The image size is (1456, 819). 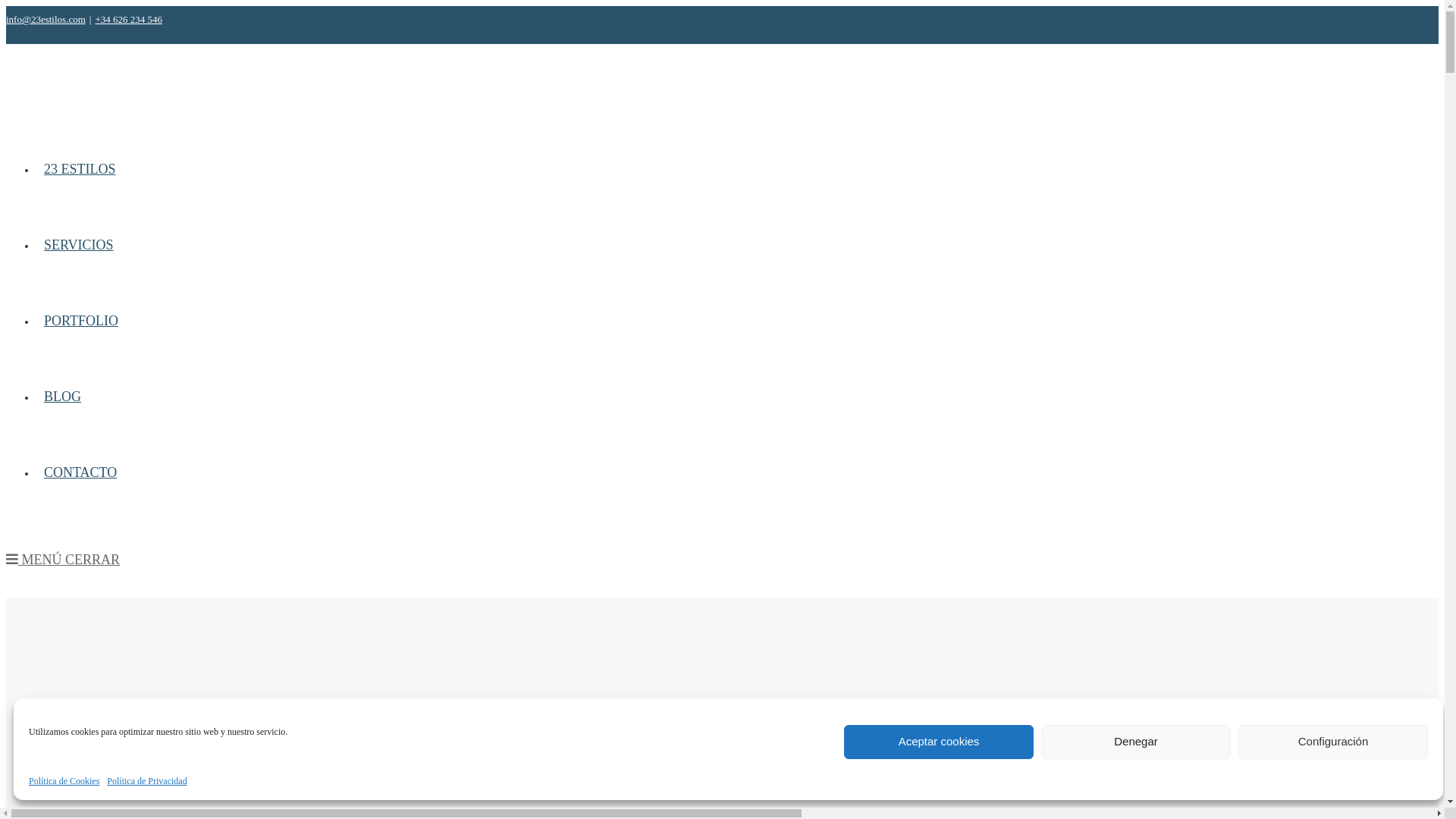 I want to click on 'info@23estilos.com', so click(x=45, y=19).